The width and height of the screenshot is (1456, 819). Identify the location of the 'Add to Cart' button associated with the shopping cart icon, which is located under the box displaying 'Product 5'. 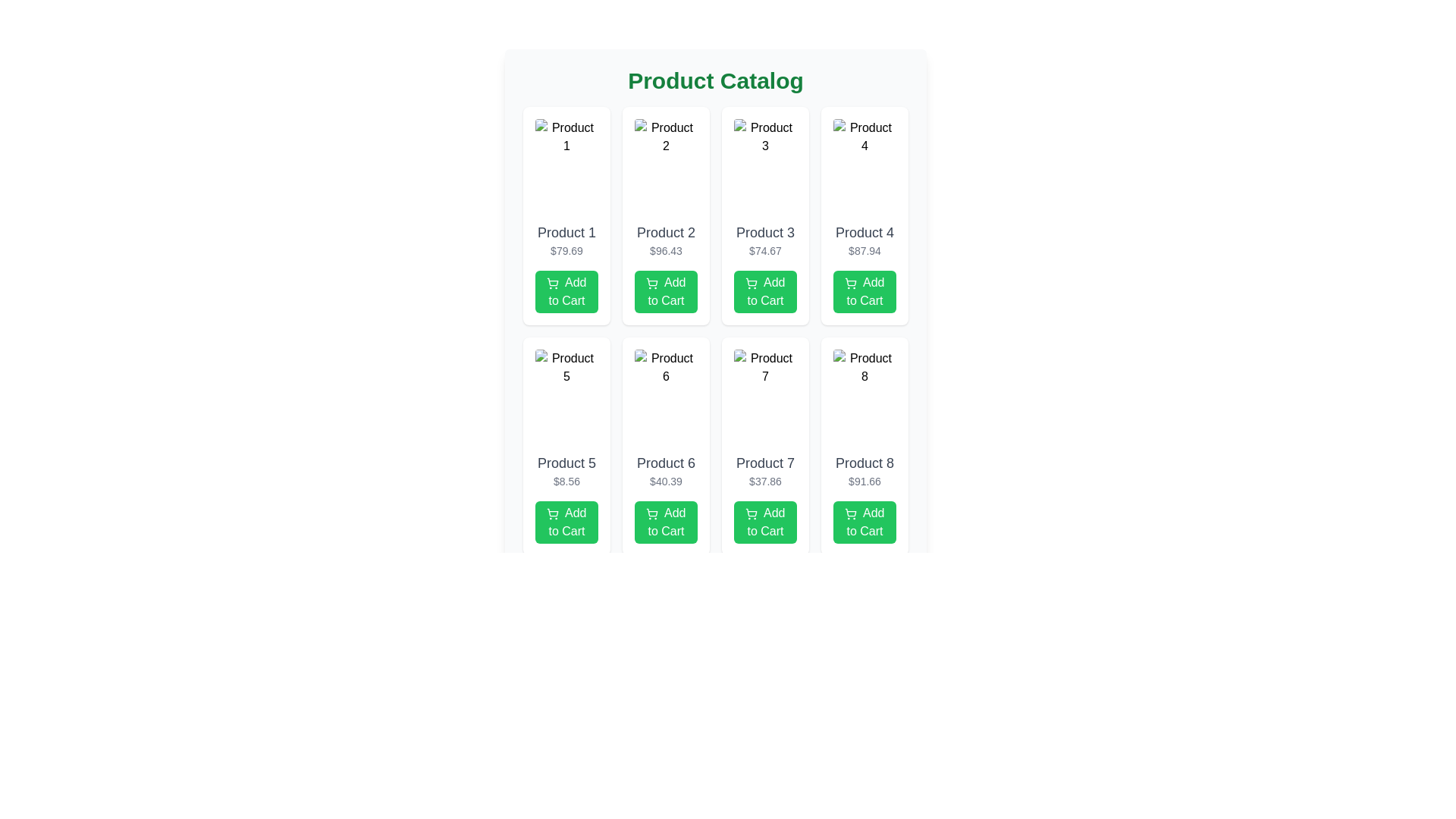
(552, 512).